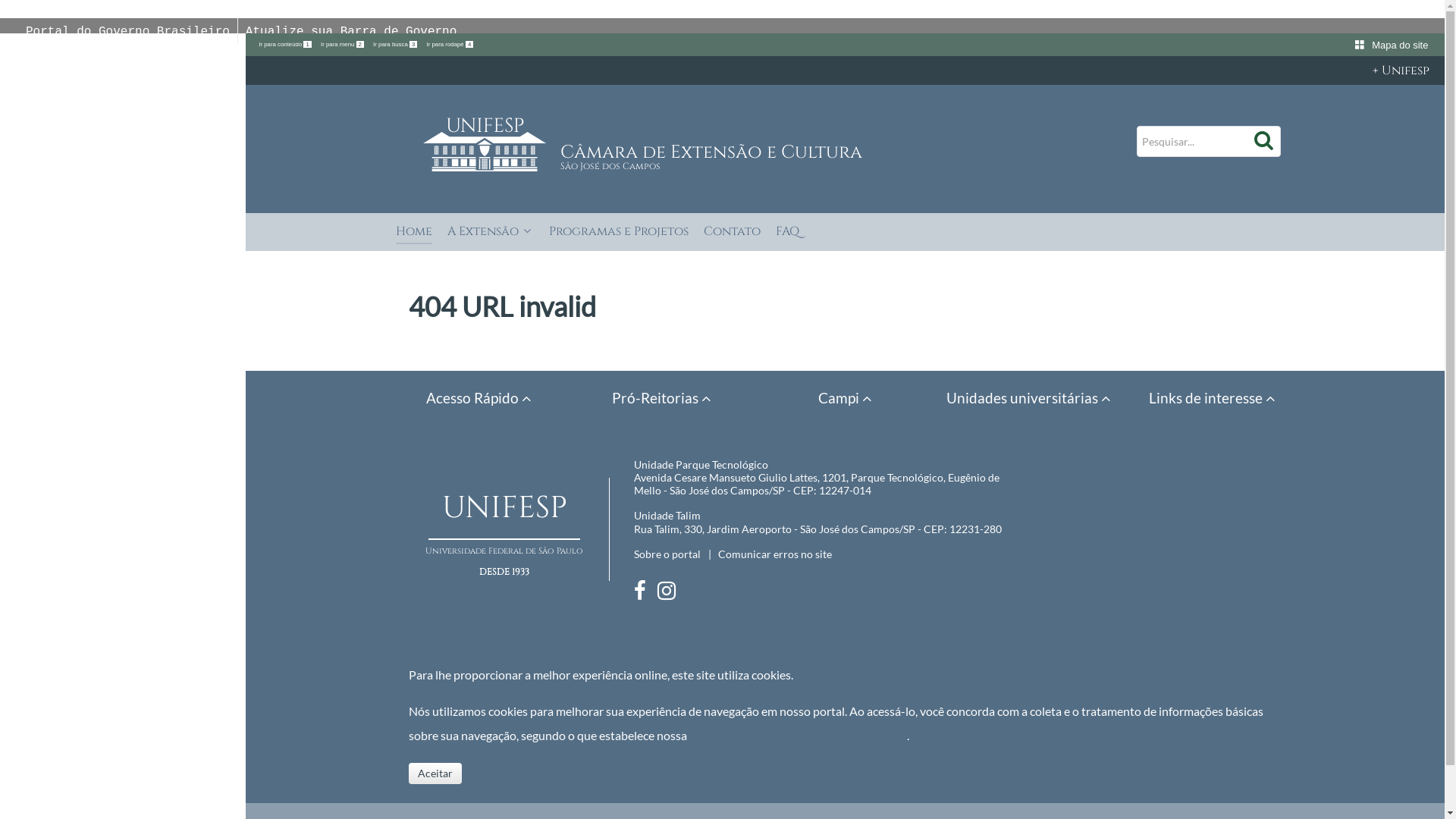 The width and height of the screenshot is (1456, 819). What do you see at coordinates (717, 554) in the screenshot?
I see `'Comunicar erros no site'` at bounding box center [717, 554].